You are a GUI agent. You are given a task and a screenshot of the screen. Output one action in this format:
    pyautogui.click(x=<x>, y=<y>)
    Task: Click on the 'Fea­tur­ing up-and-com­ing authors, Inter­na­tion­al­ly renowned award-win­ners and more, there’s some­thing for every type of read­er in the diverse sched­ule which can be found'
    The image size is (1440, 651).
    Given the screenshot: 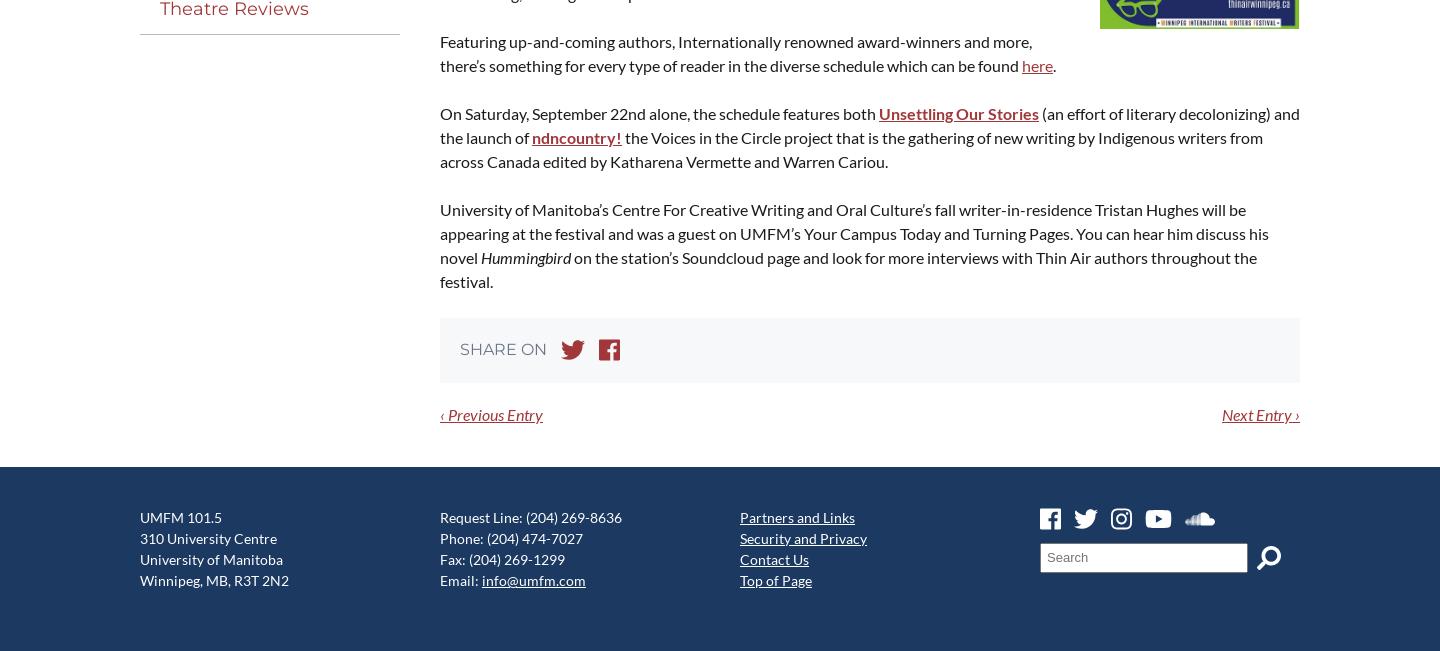 What is the action you would take?
    pyautogui.click(x=440, y=53)
    